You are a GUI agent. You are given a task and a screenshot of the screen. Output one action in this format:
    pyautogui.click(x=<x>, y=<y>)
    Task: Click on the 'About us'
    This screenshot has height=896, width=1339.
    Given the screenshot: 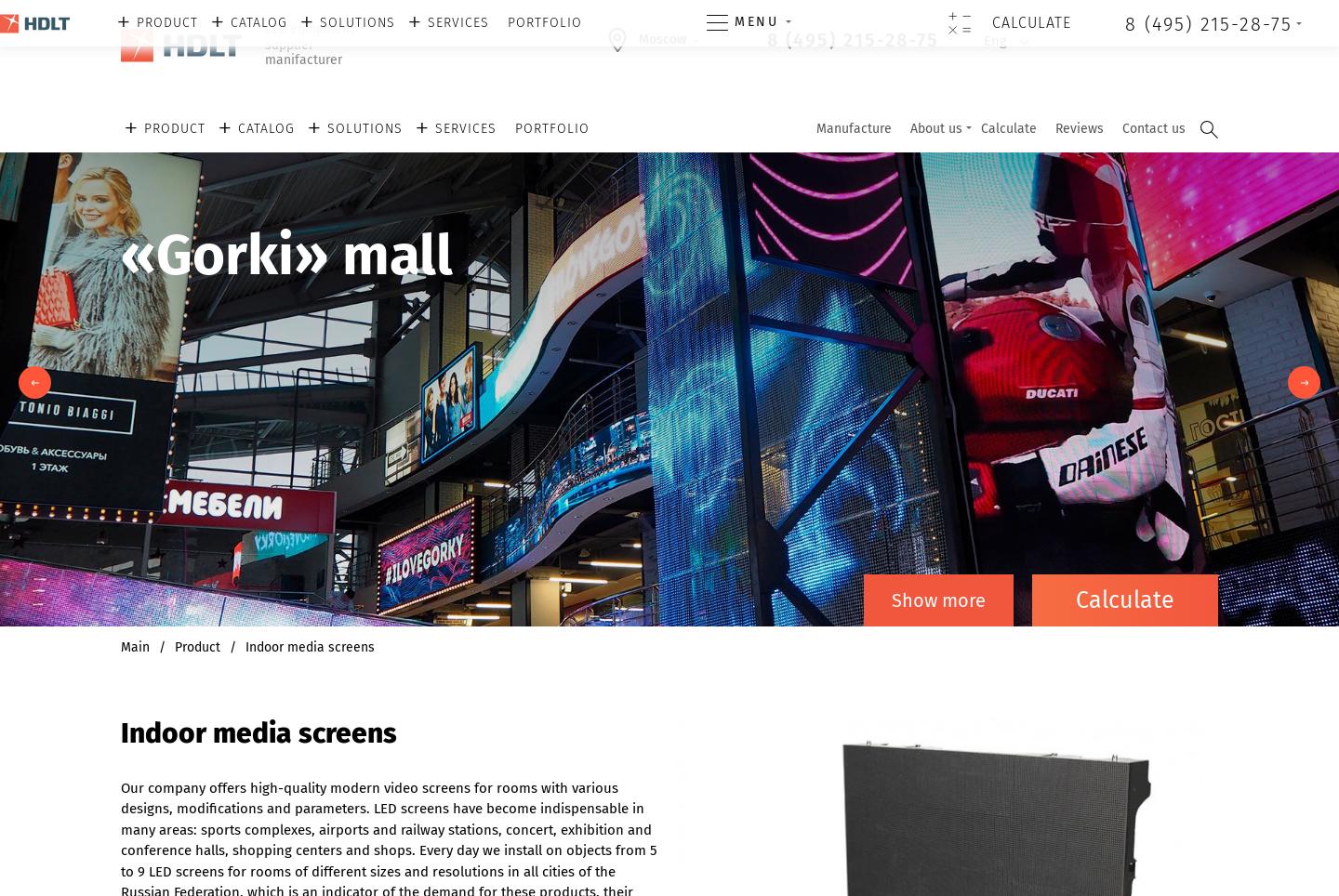 What is the action you would take?
    pyautogui.click(x=935, y=128)
    